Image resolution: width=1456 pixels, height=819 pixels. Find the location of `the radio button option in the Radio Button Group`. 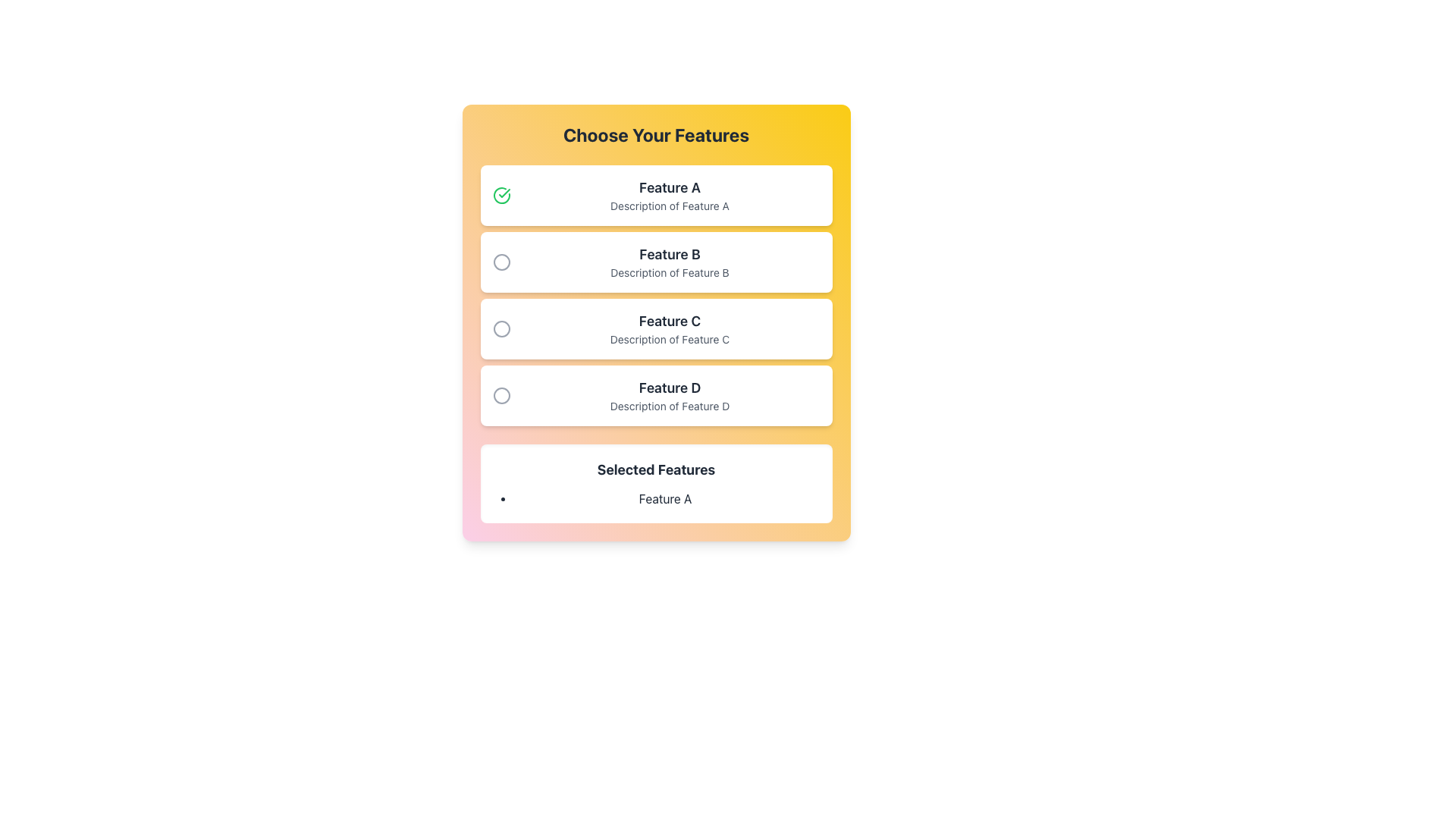

the radio button option in the Radio Button Group is located at coordinates (656, 295).